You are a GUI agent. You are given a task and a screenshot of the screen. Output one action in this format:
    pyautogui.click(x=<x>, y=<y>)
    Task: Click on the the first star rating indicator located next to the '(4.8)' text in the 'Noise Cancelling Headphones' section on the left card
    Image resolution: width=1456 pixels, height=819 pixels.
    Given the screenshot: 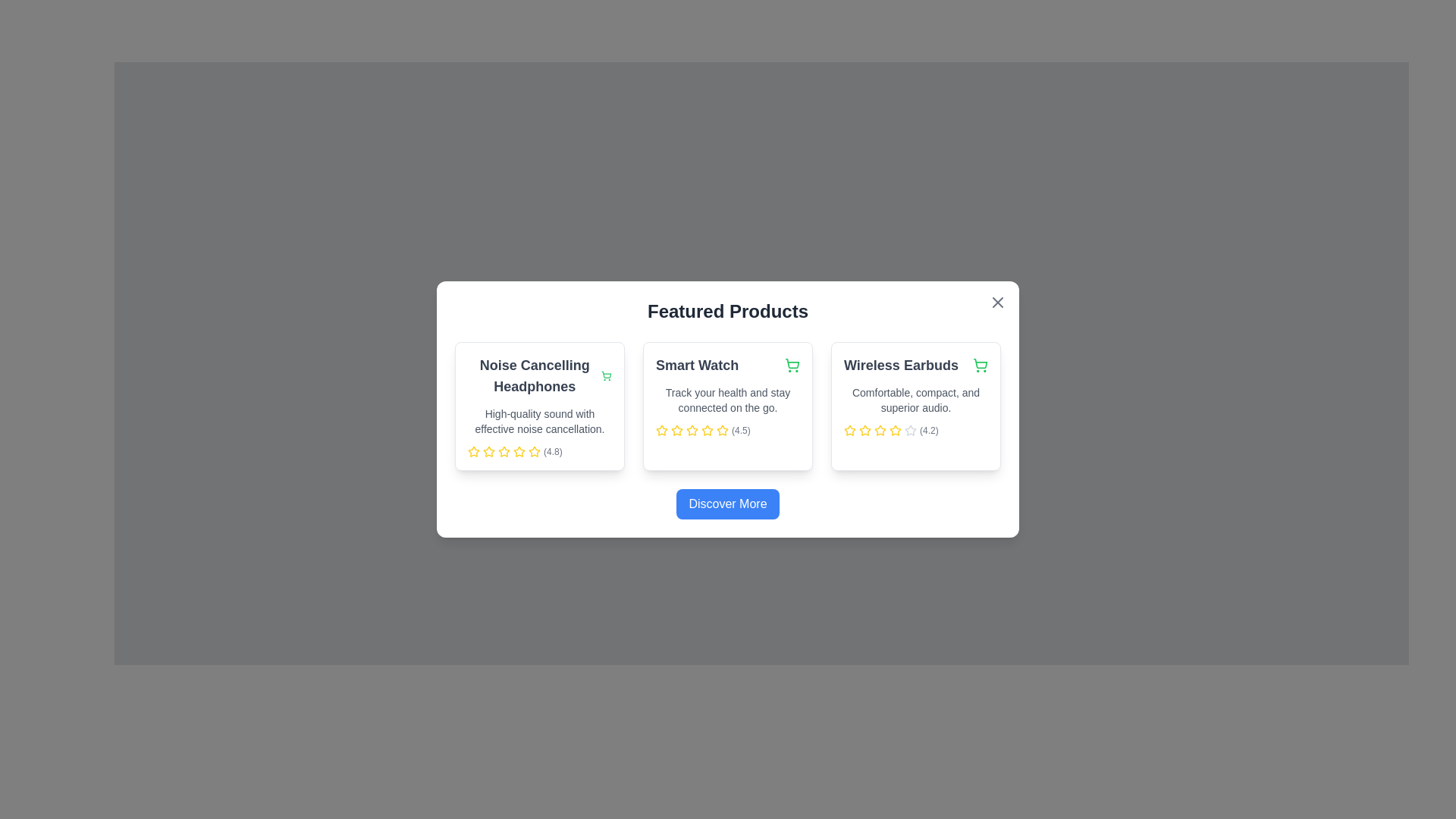 What is the action you would take?
    pyautogui.click(x=472, y=451)
    